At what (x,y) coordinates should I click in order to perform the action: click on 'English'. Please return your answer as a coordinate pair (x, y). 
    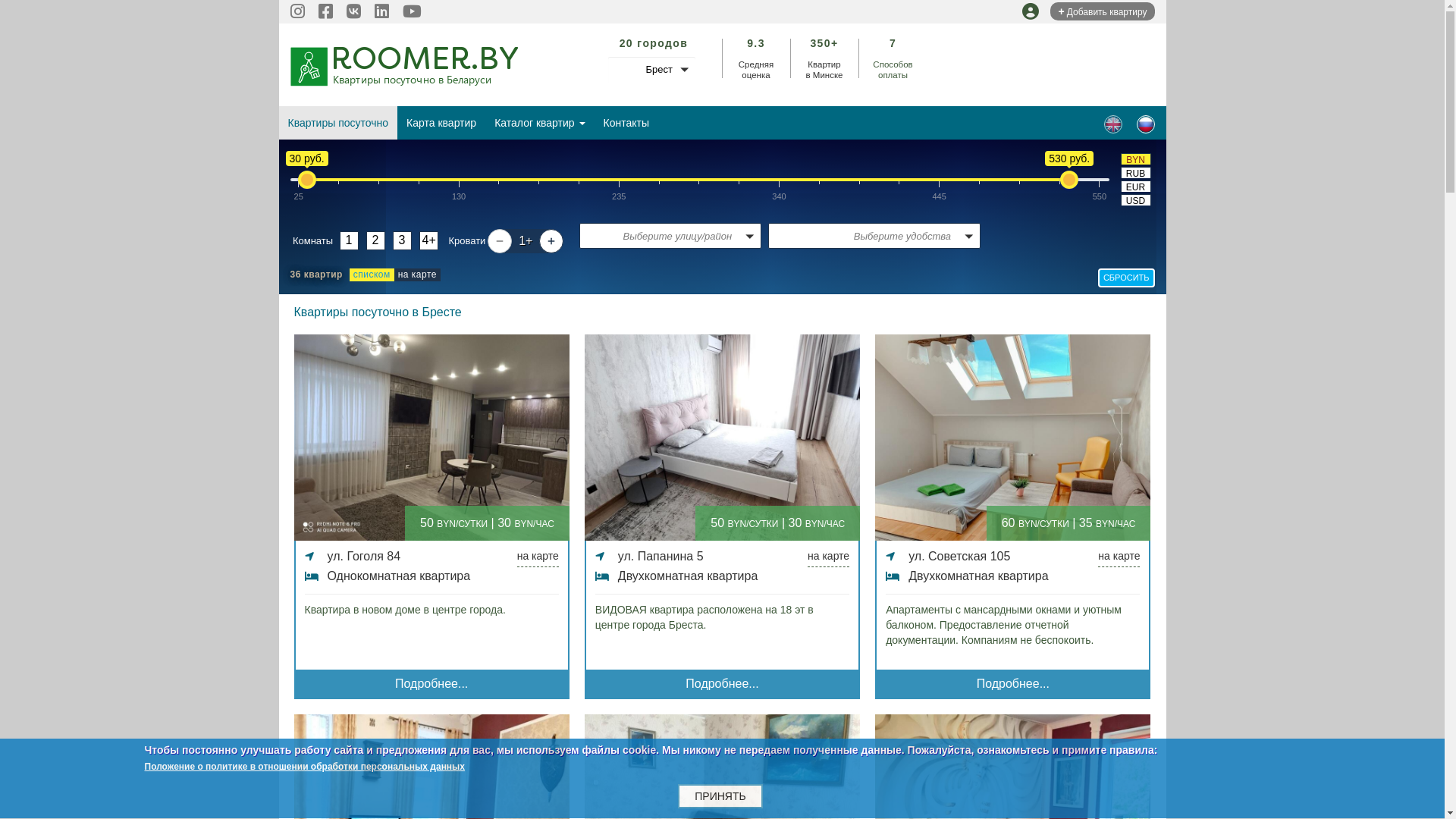
    Looking at the image, I should click on (1113, 124).